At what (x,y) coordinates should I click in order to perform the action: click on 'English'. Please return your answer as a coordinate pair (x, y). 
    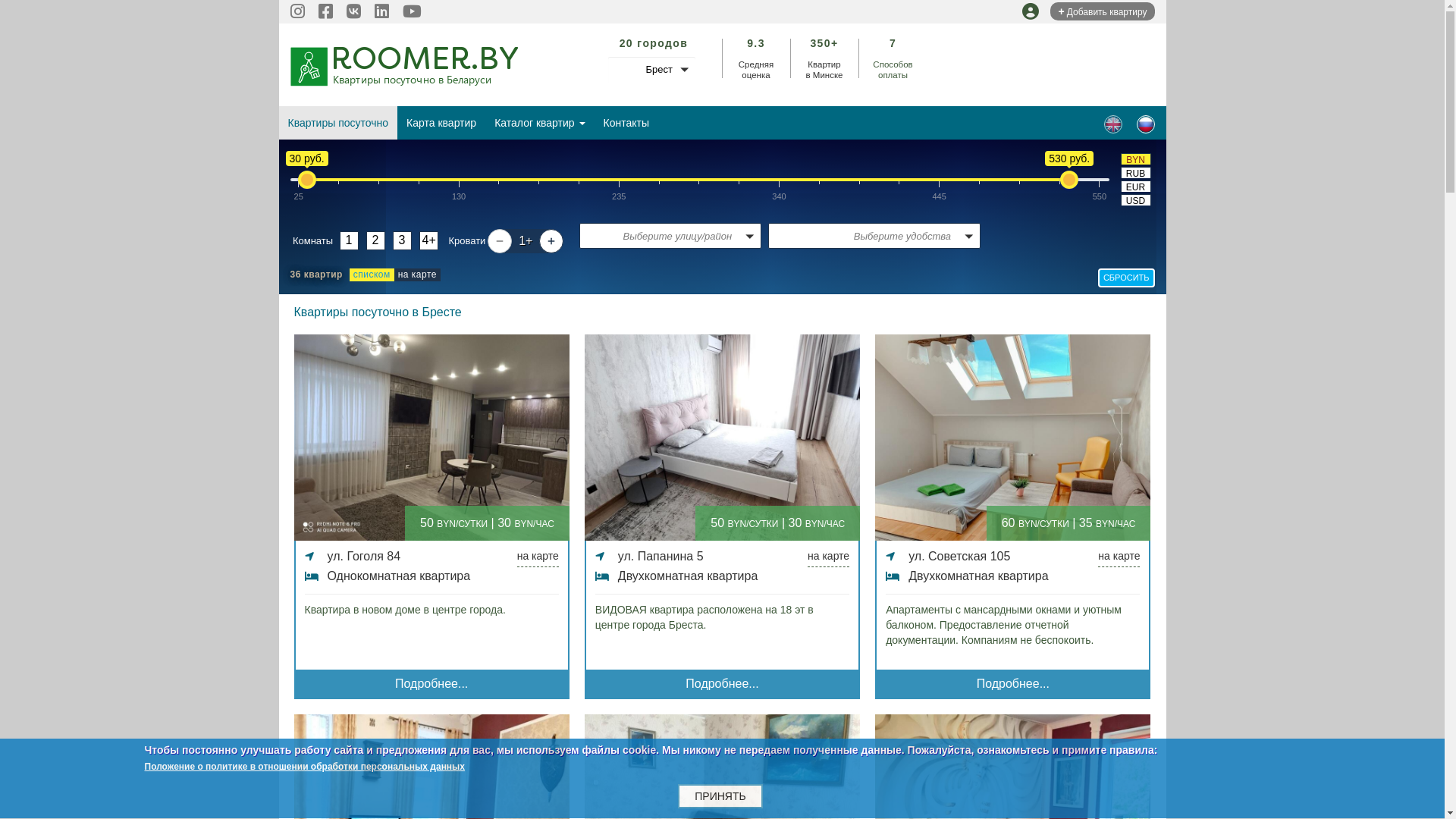
    Looking at the image, I should click on (1113, 124).